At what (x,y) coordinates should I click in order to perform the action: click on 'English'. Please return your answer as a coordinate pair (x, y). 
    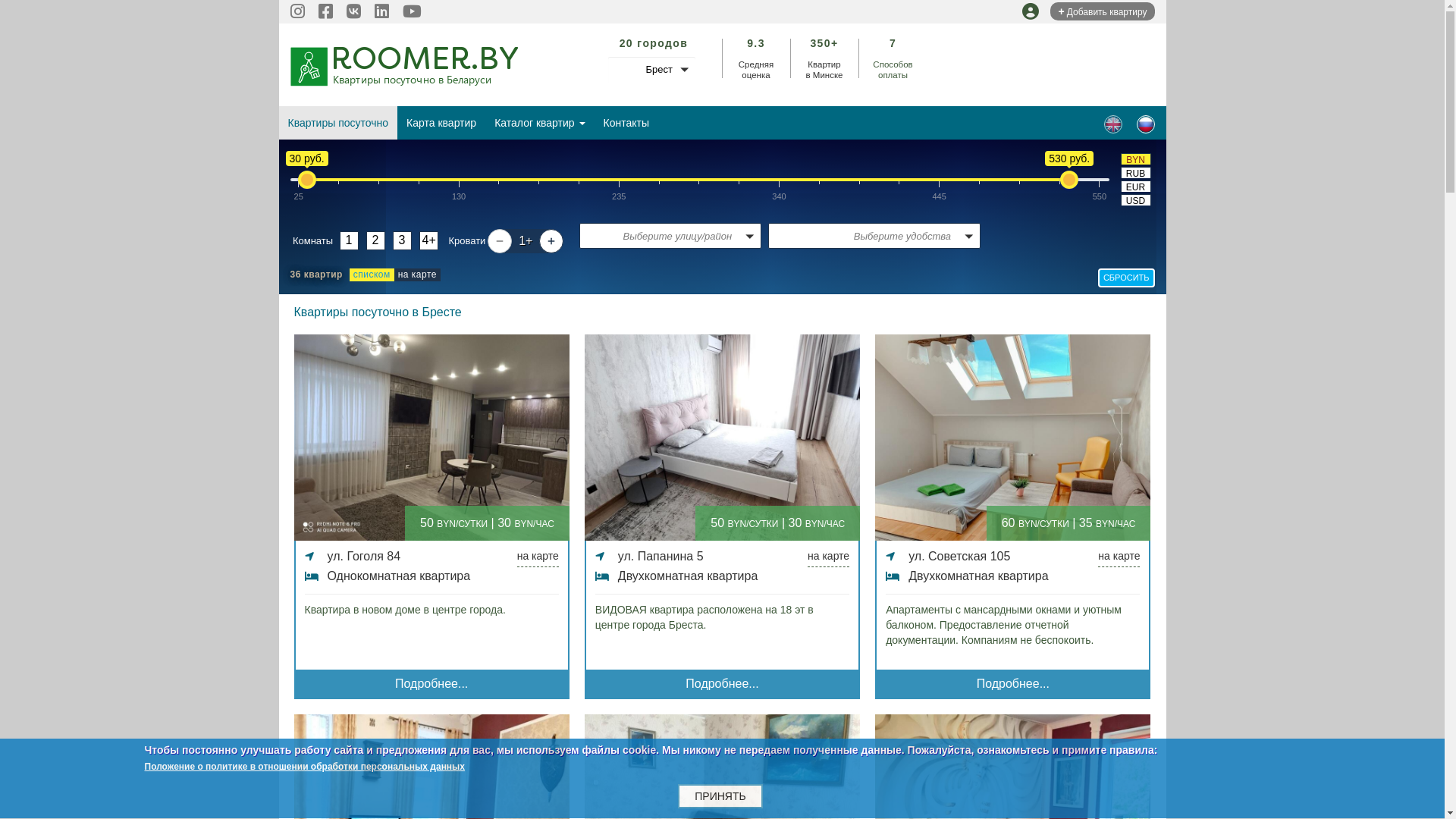
    Looking at the image, I should click on (1113, 124).